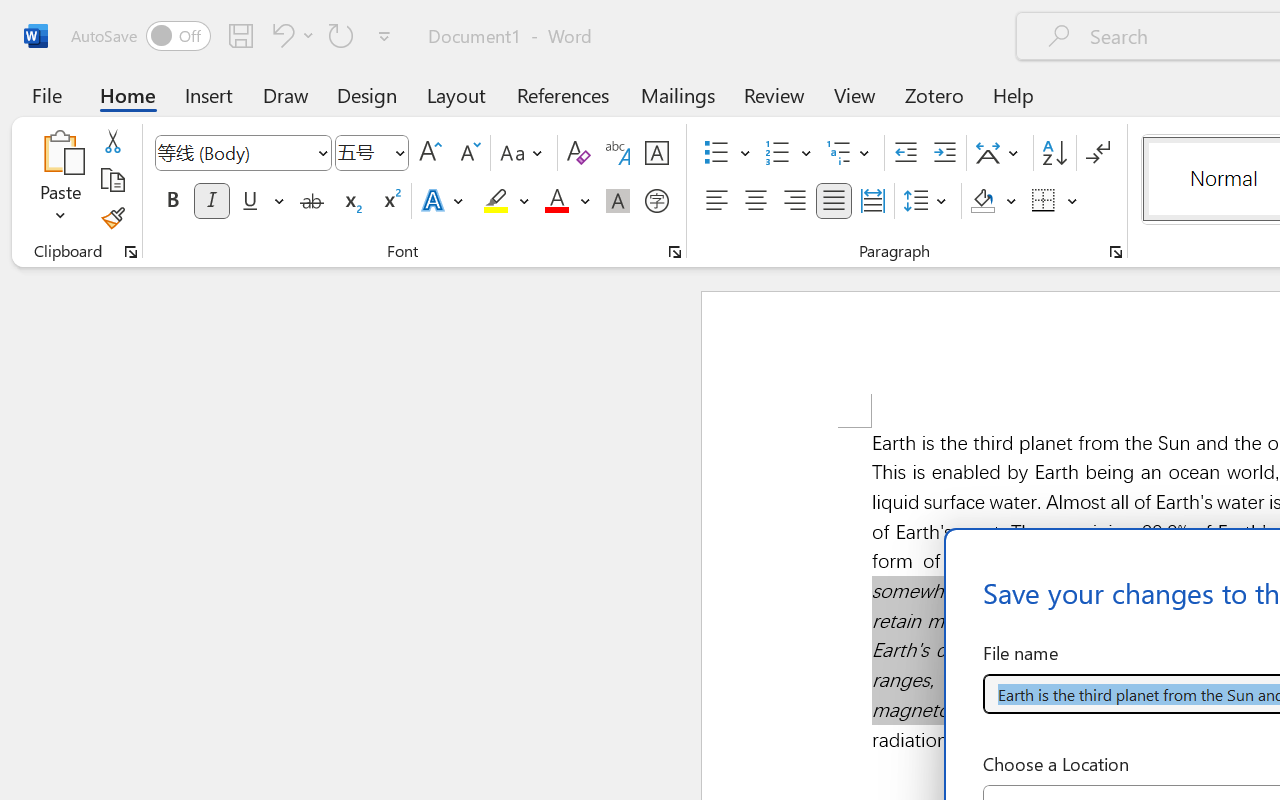  I want to click on 'Asian Layout', so click(1000, 153).